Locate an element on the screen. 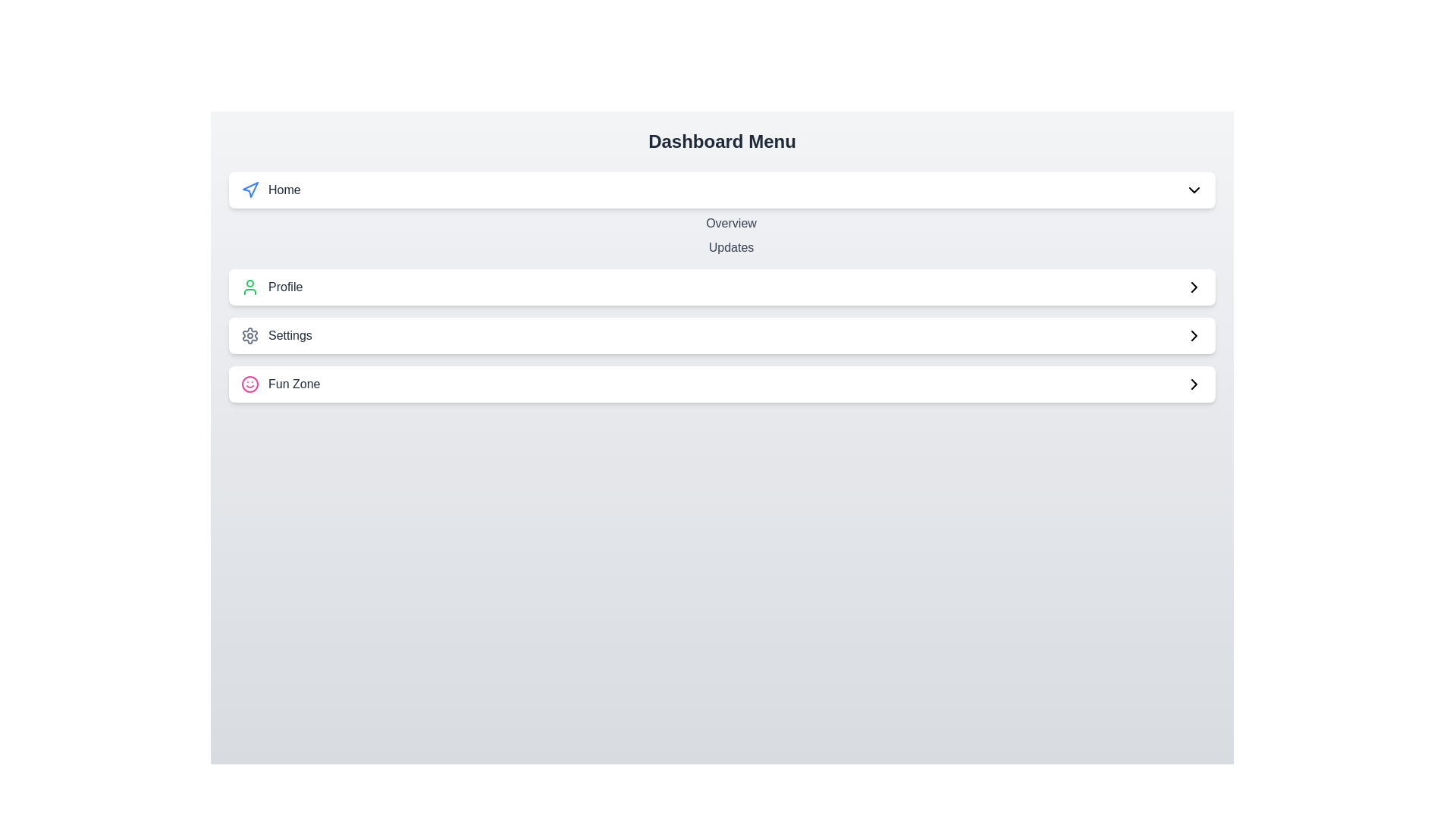 Image resolution: width=1456 pixels, height=819 pixels. the chevron icon located to the far right of the 'Settings' menu item is located at coordinates (1193, 287).